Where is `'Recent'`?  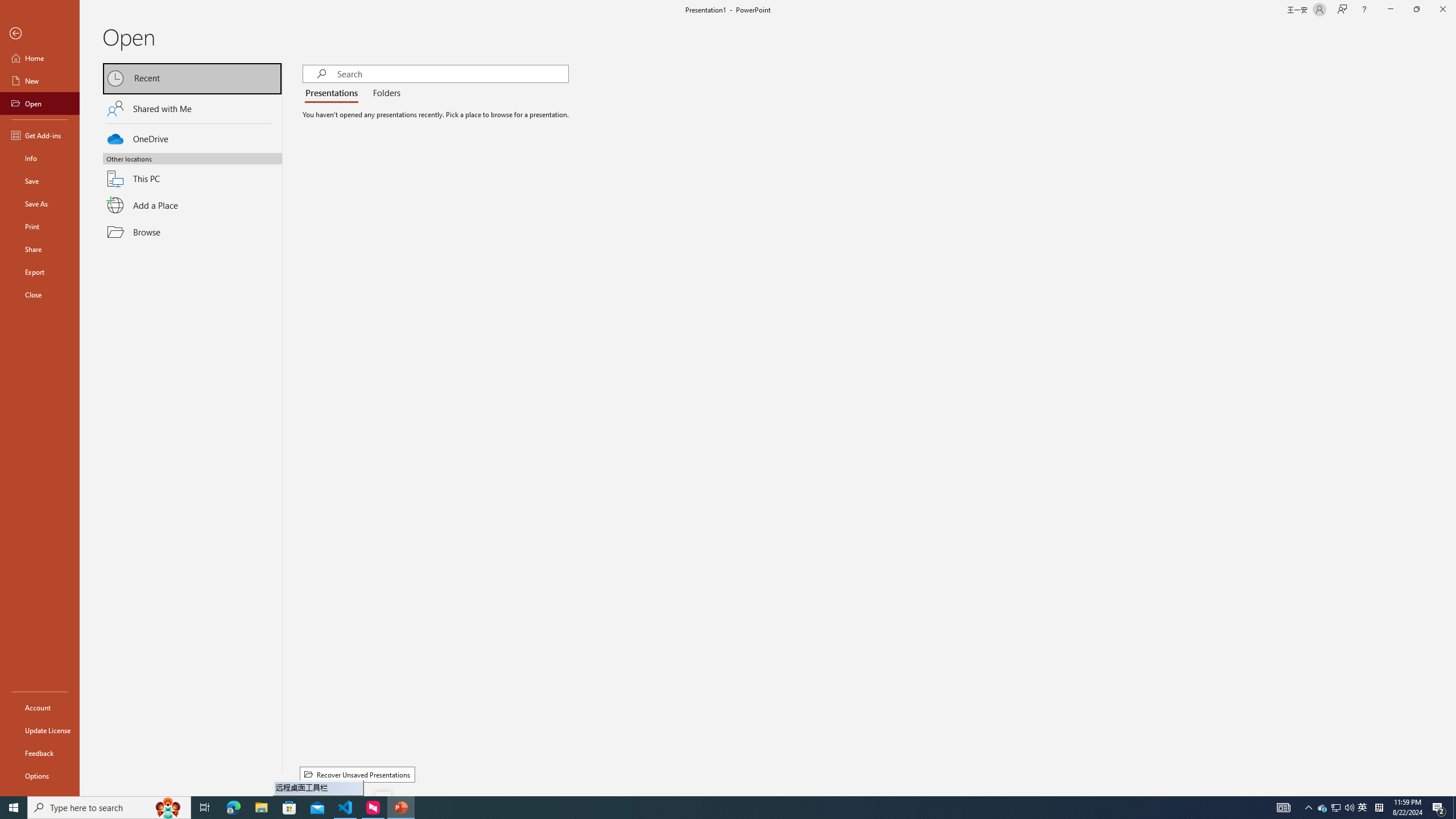
'Recent' is located at coordinates (192, 78).